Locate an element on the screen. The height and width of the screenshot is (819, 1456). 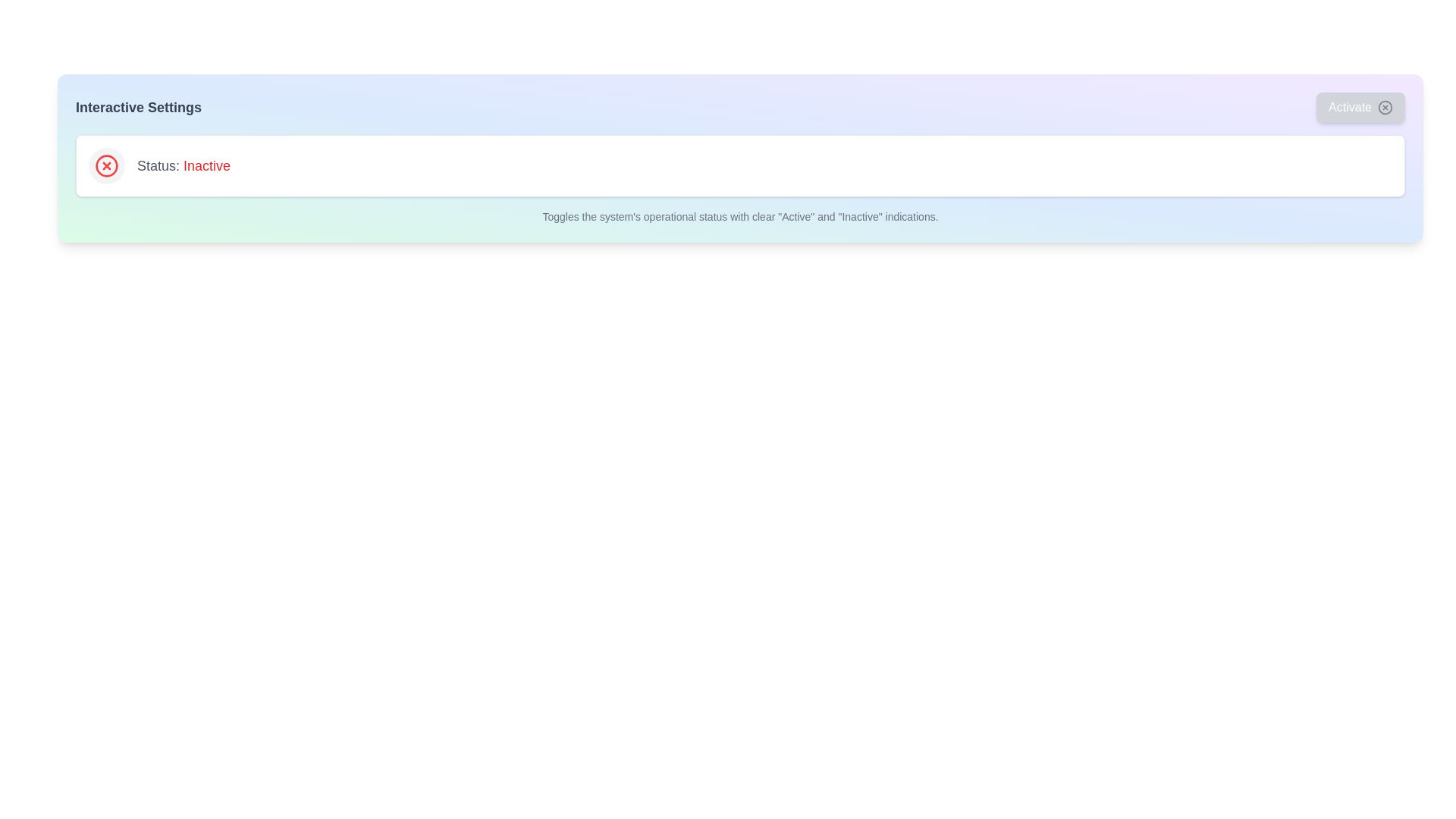
the 'Activate' text button located in the top-right corner of the interactive section, which is styled in white on a light gray background is located at coordinates (1350, 107).